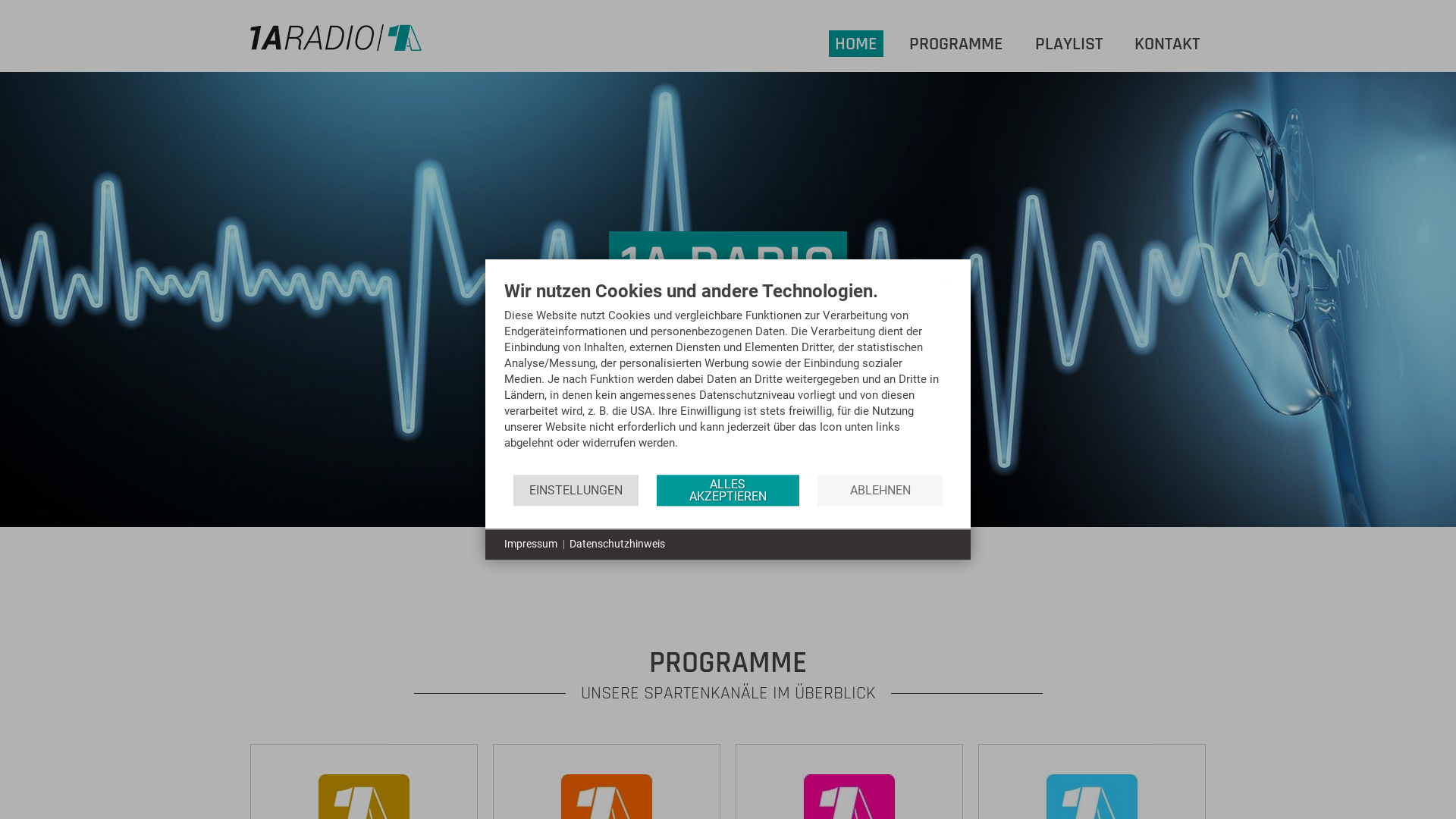 The height and width of the screenshot is (819, 1456). I want to click on 'HOME', so click(833, 42).